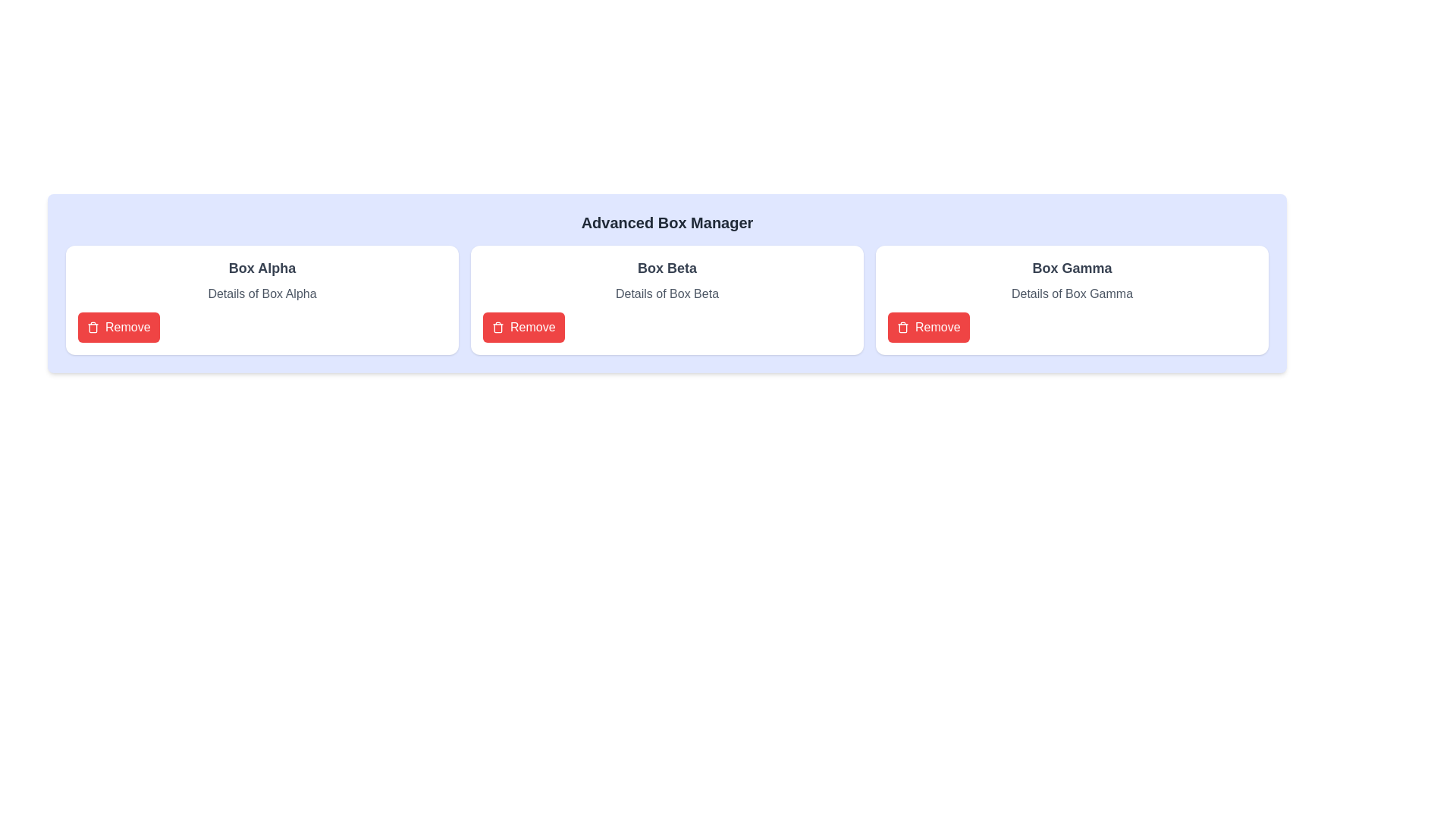 The width and height of the screenshot is (1456, 819). I want to click on the SVG icon located to the left of the 'Remove' text within the red rectangular button below the 'Box Beta' card, so click(498, 327).